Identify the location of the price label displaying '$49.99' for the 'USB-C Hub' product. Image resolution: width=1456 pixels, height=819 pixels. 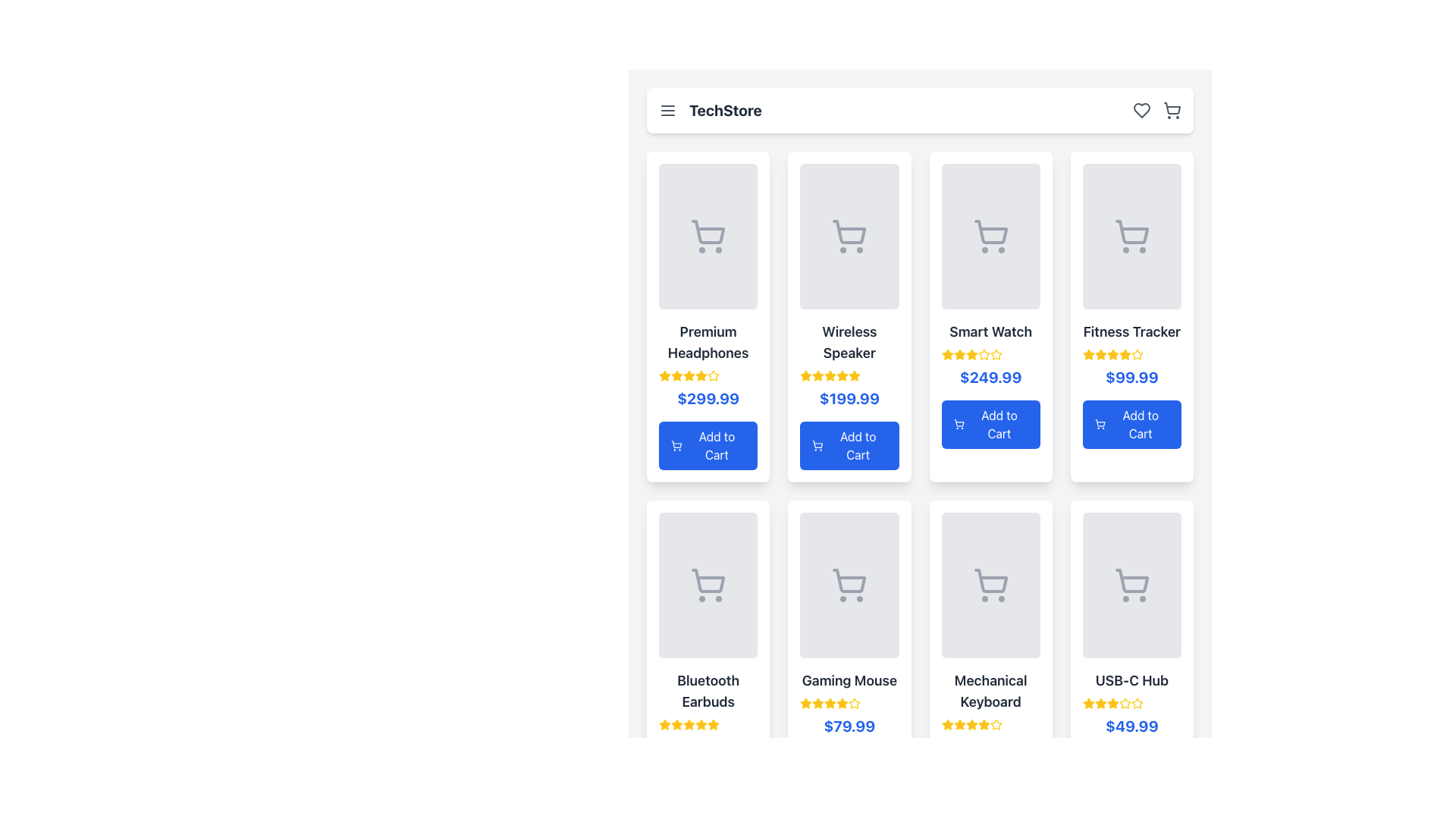
(1131, 725).